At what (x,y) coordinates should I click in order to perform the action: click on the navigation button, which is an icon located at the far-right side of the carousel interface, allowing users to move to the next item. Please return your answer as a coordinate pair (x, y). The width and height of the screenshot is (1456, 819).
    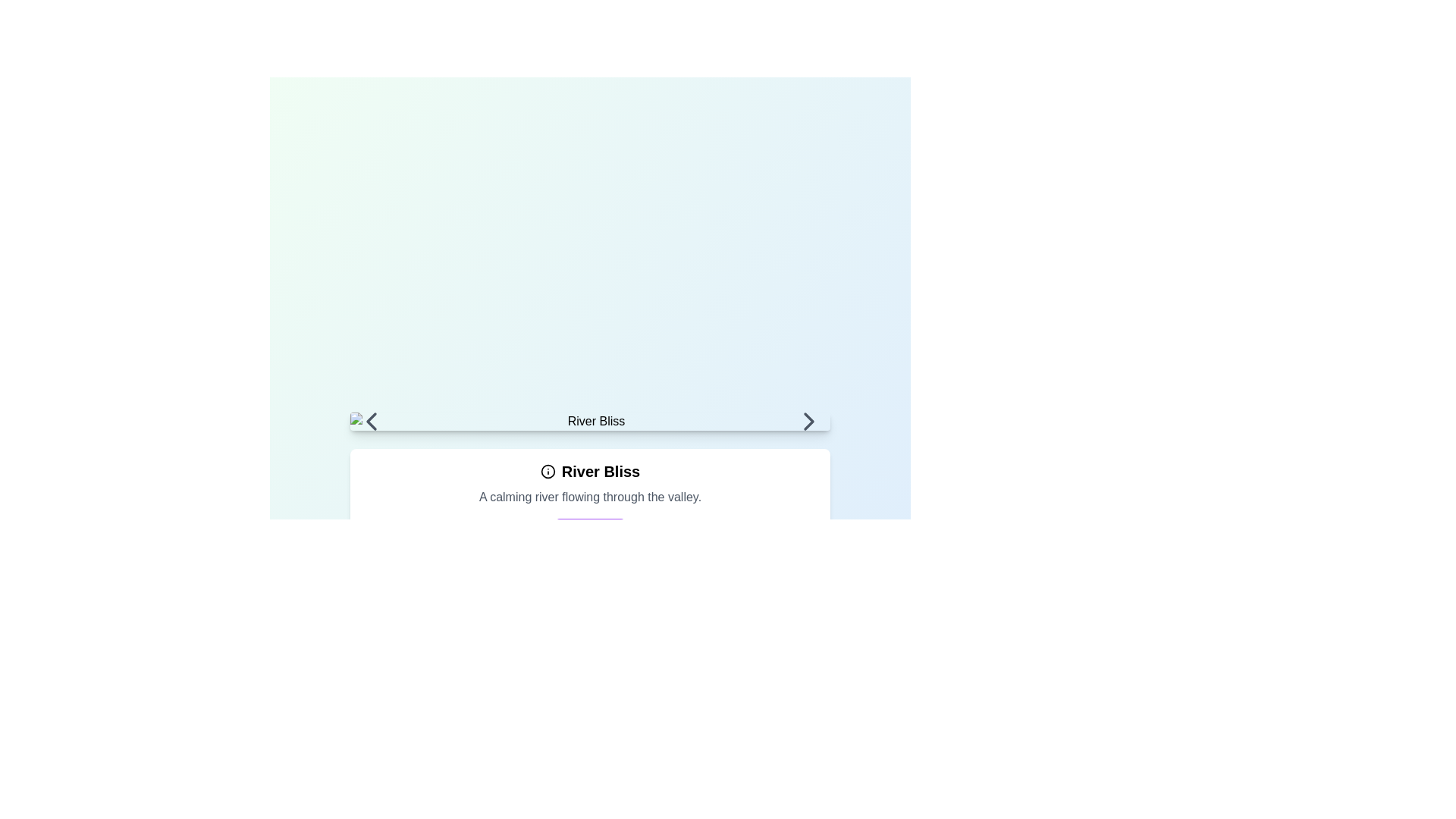
    Looking at the image, I should click on (808, 421).